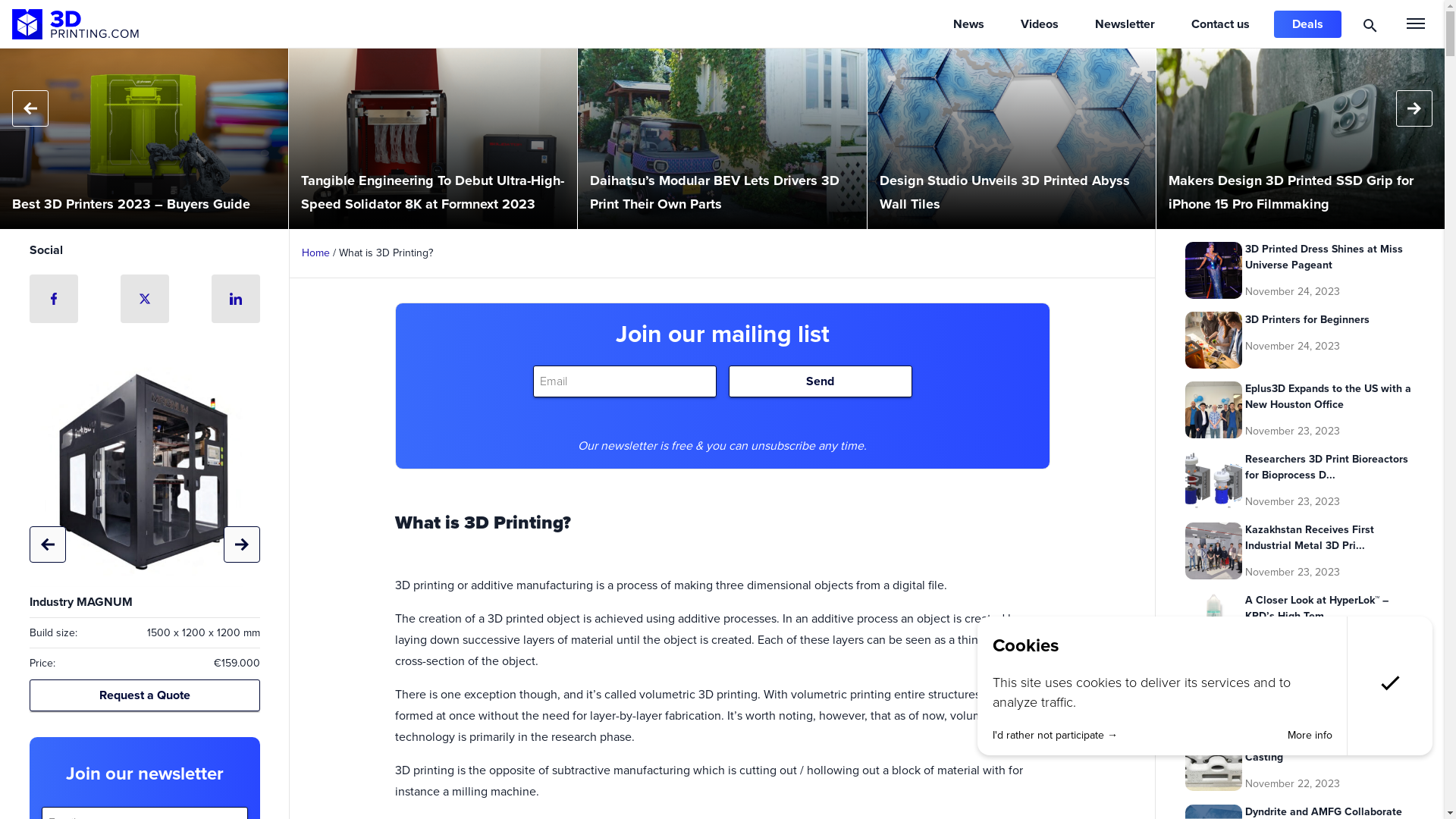  What do you see at coordinates (1307, 24) in the screenshot?
I see `'Deals'` at bounding box center [1307, 24].